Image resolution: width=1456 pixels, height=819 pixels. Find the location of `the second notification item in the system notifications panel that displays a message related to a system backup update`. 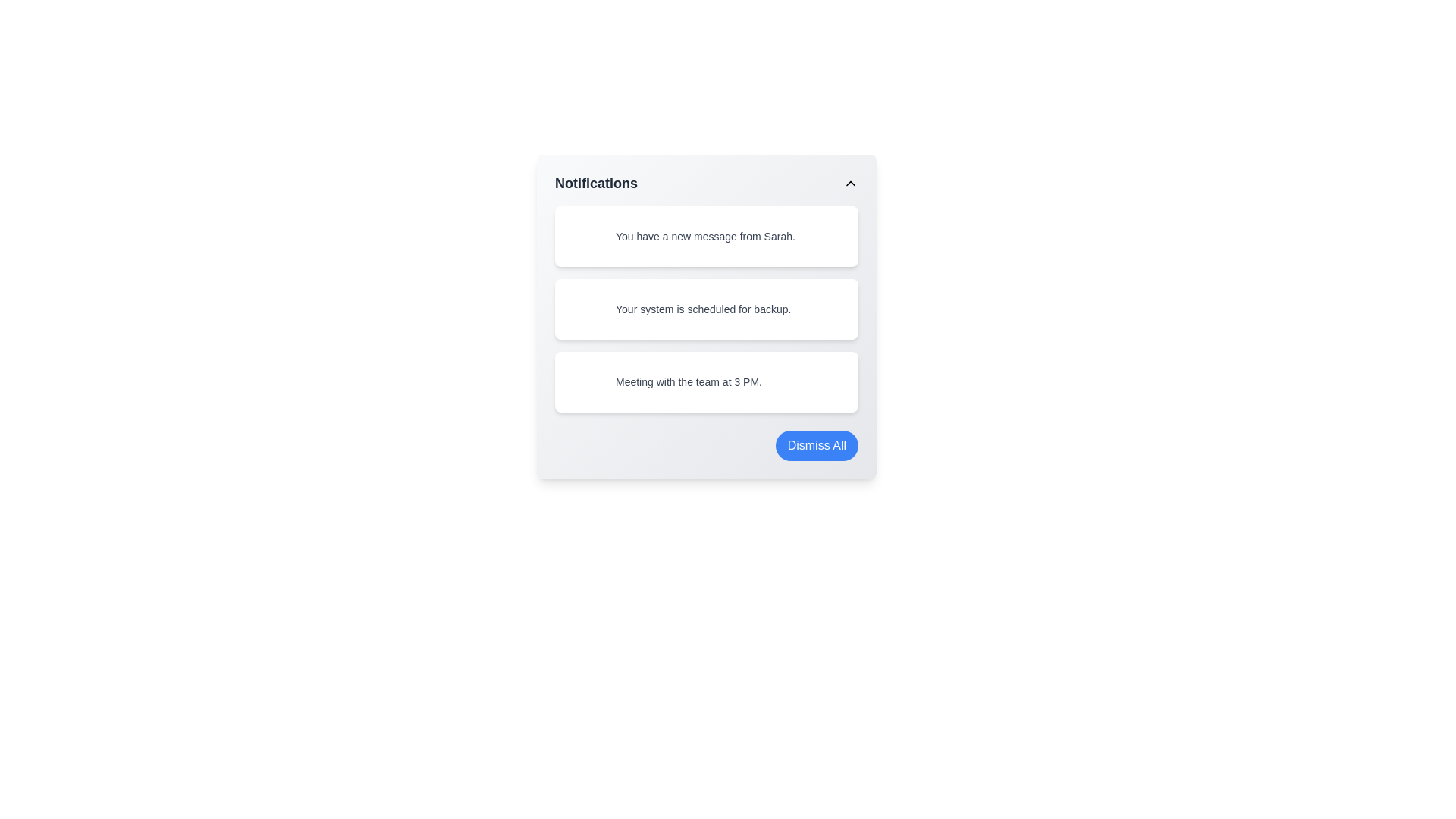

the second notification item in the system notifications panel that displays a message related to a system backup update is located at coordinates (705, 315).